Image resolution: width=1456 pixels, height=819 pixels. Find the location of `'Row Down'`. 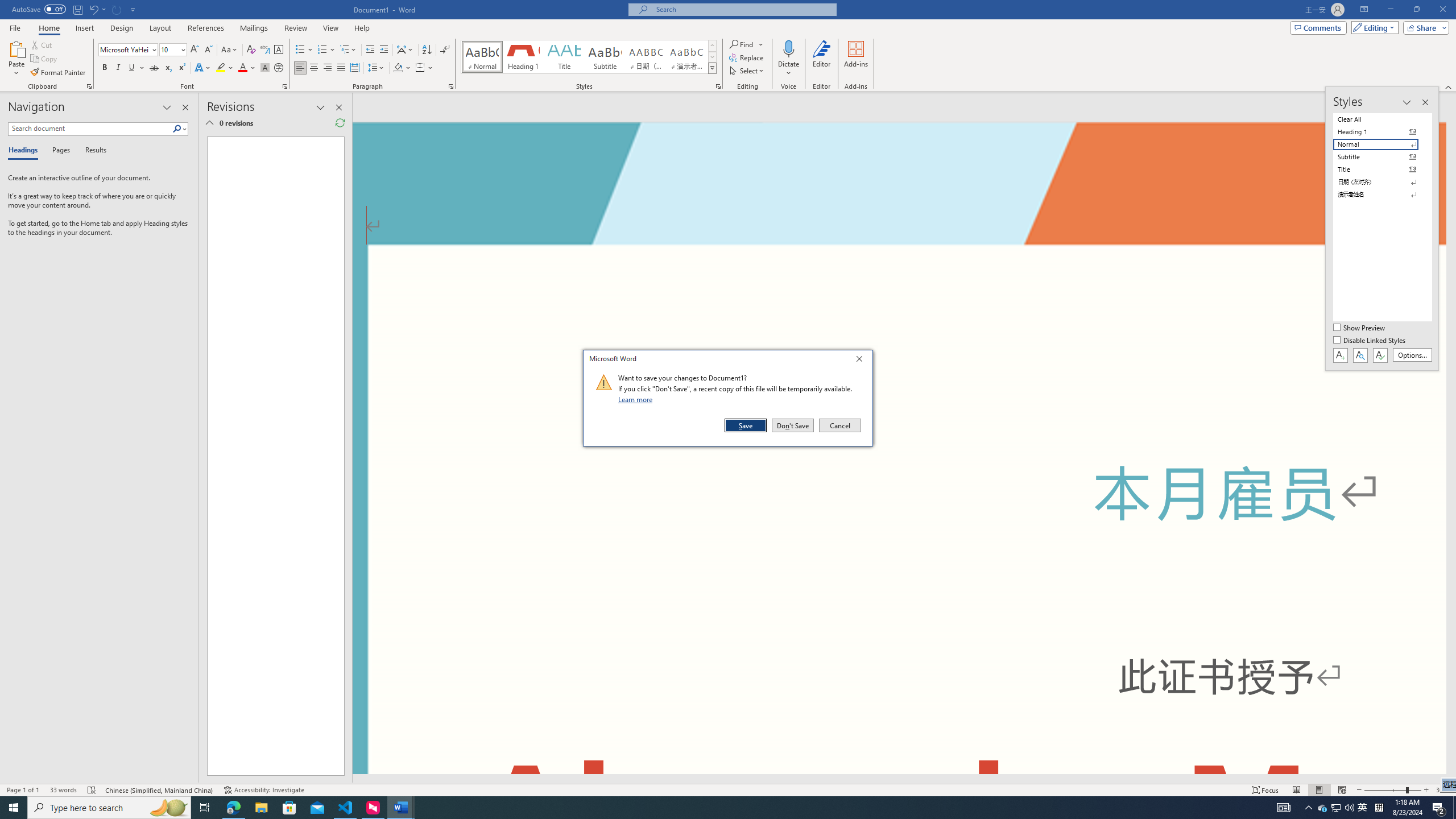

'Row Down' is located at coordinates (712, 56).